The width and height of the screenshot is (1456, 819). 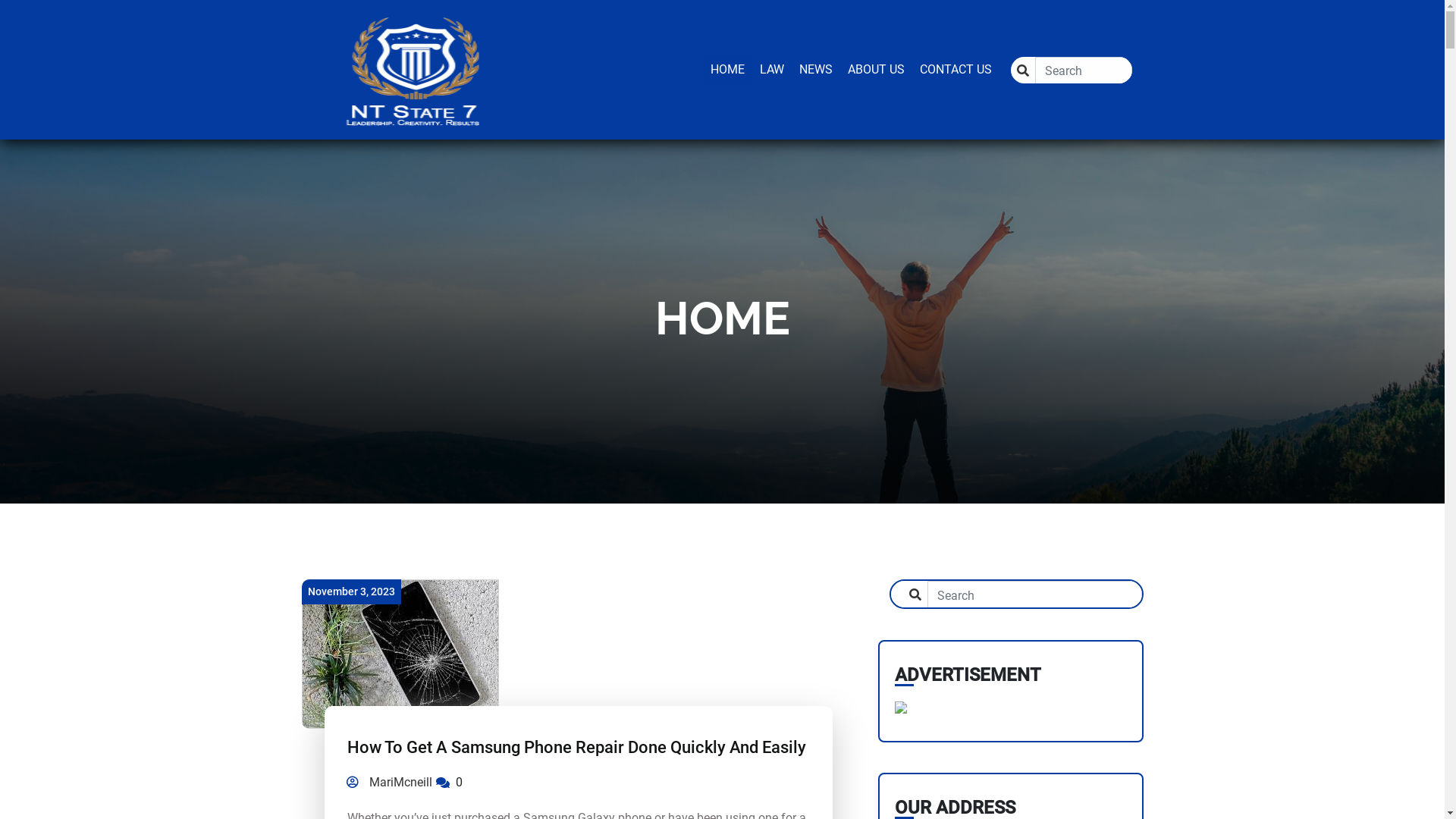 What do you see at coordinates (814, 69) in the screenshot?
I see `'NEWS'` at bounding box center [814, 69].